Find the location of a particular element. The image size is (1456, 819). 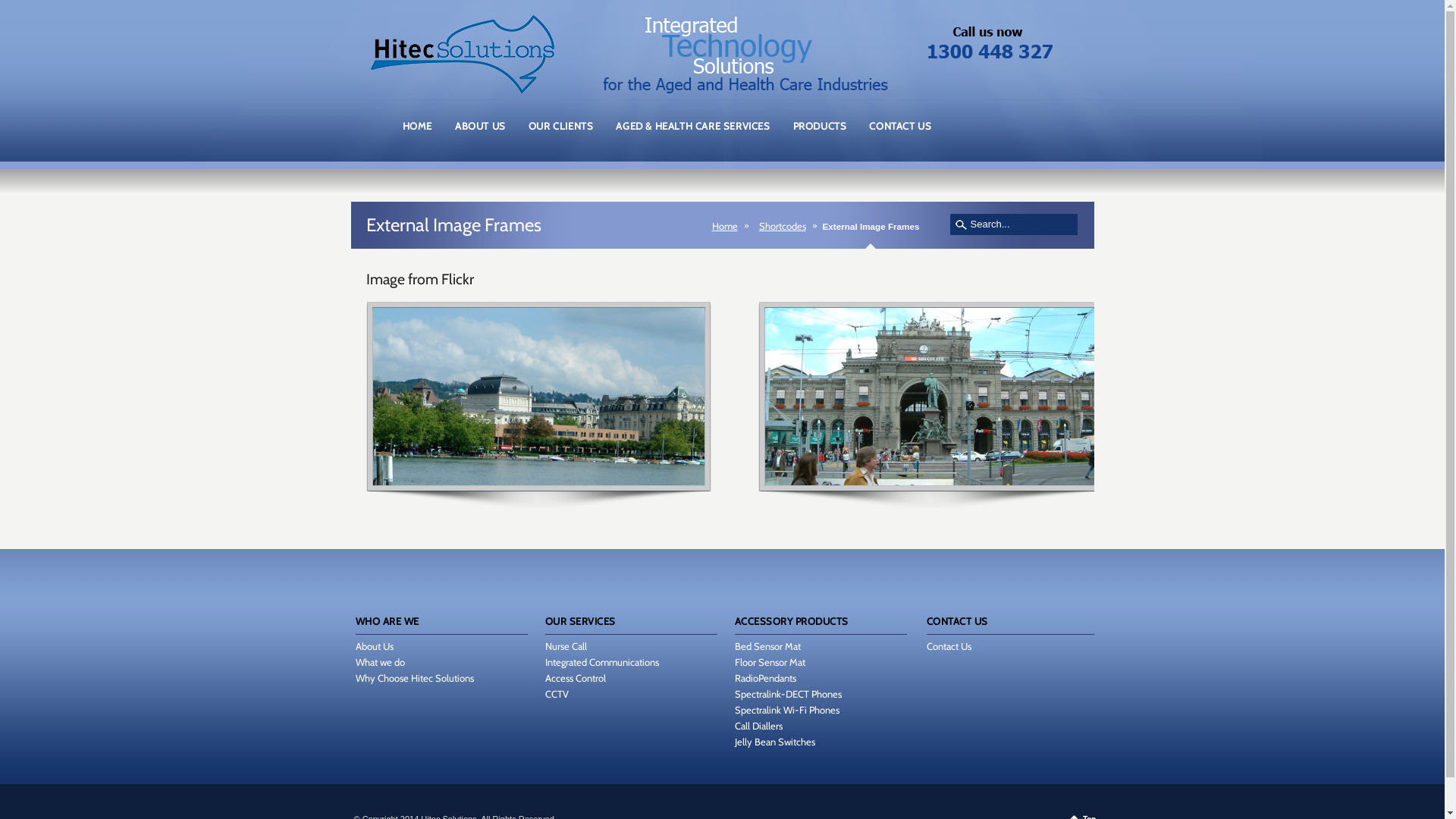

'Shortcodes' is located at coordinates (786, 225).